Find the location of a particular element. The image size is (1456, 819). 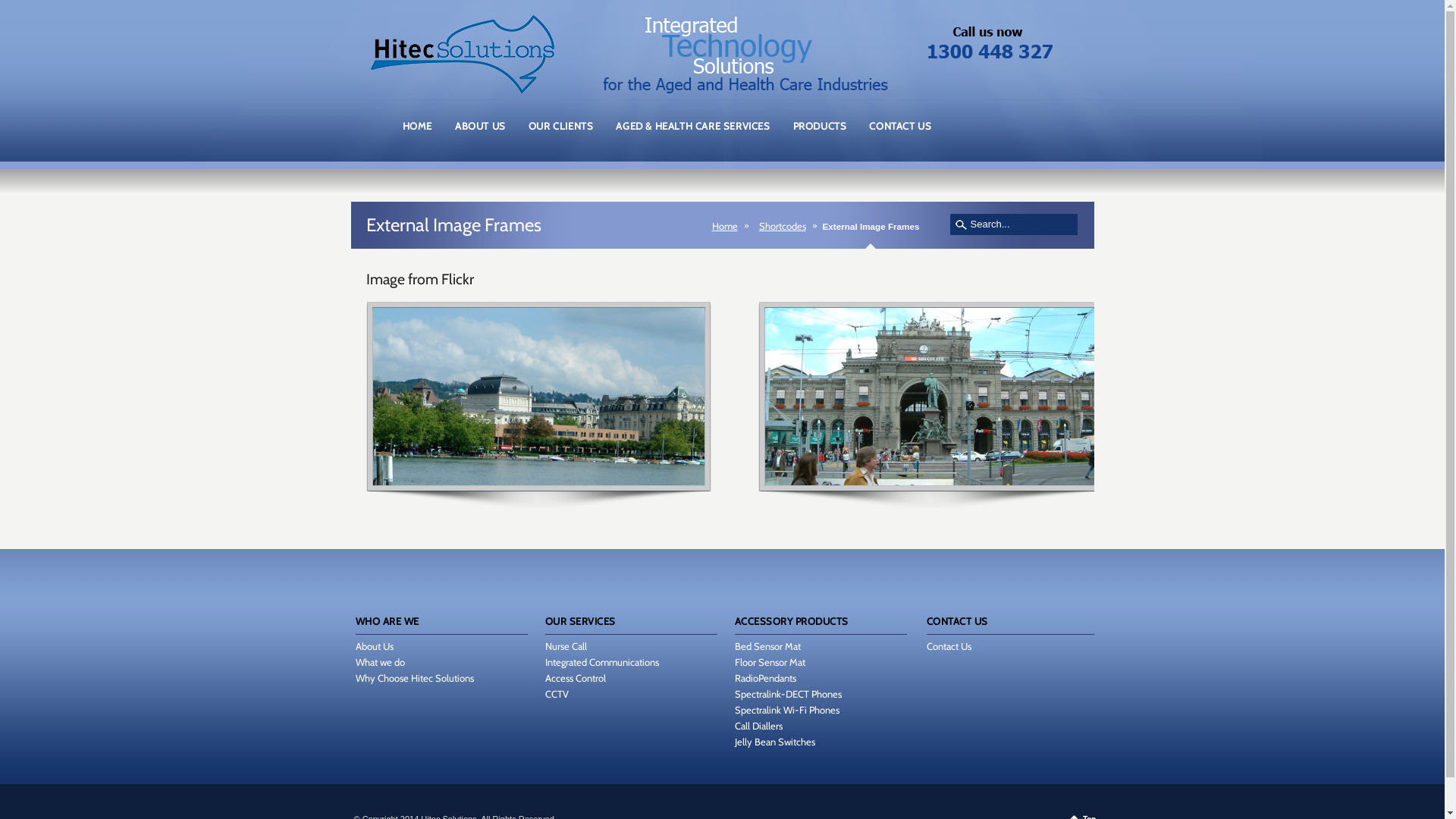

'Shortcodes' is located at coordinates (786, 225).